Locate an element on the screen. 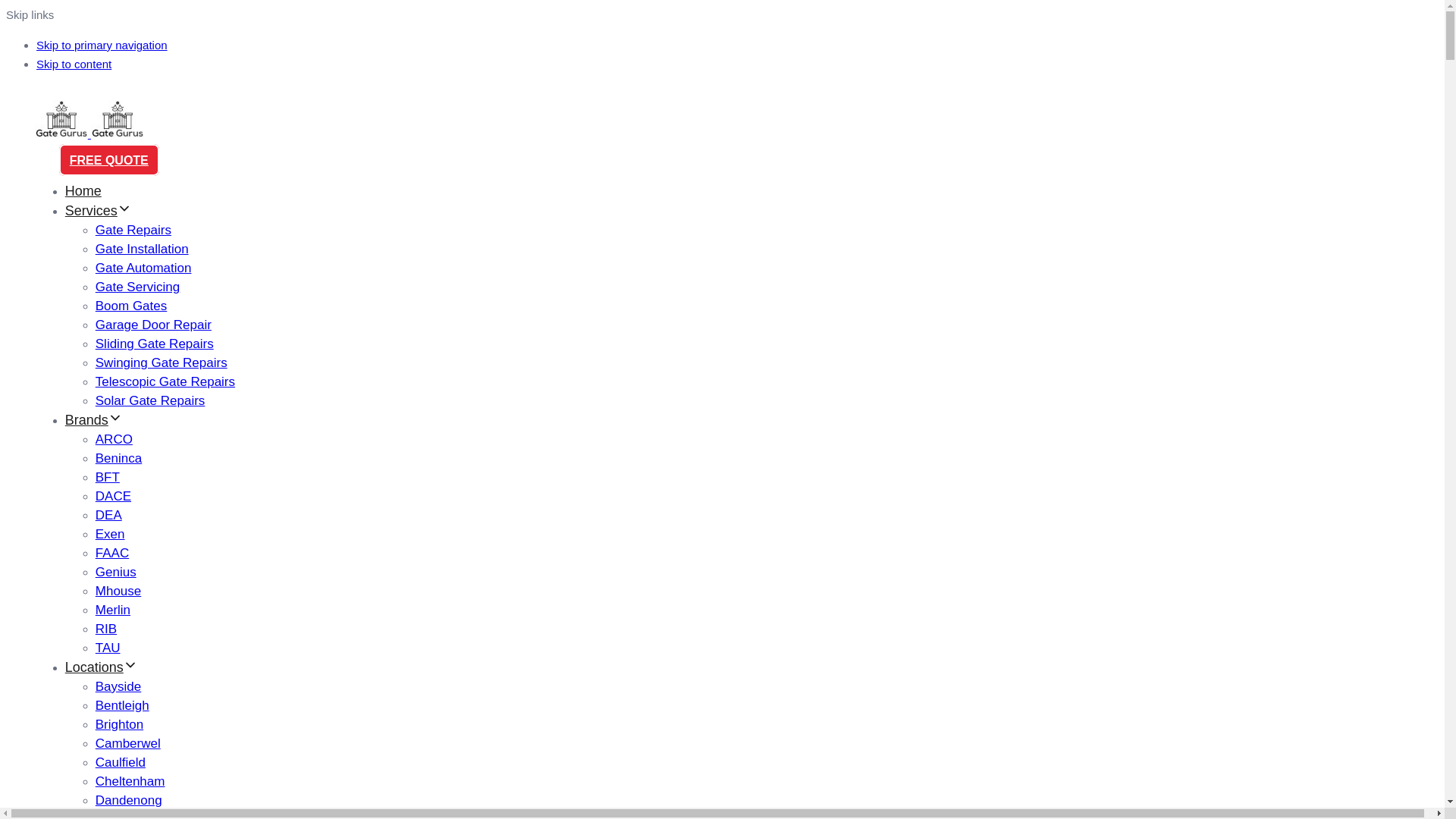 The image size is (1456, 819). 'Merlin' is located at coordinates (94, 609).